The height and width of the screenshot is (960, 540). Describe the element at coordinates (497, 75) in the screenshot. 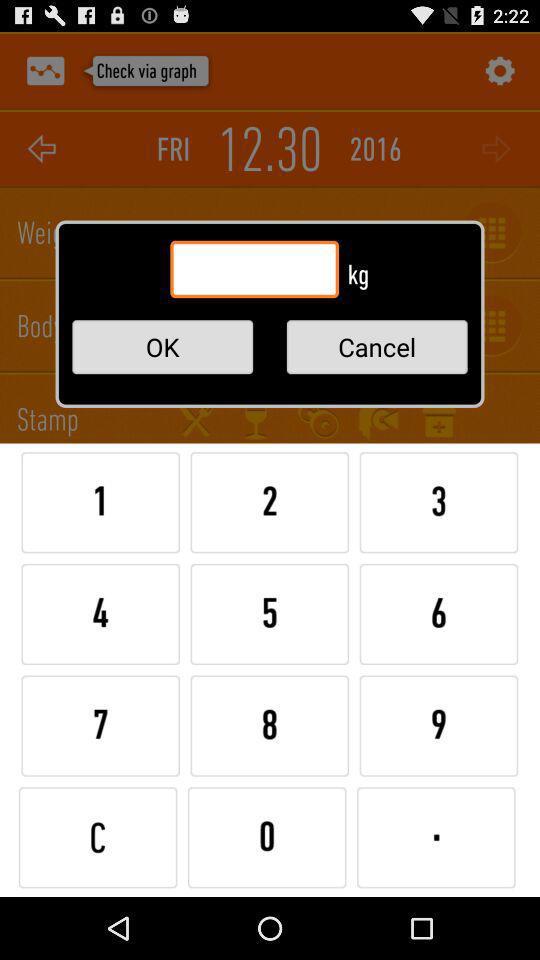

I see `the settings icon` at that location.